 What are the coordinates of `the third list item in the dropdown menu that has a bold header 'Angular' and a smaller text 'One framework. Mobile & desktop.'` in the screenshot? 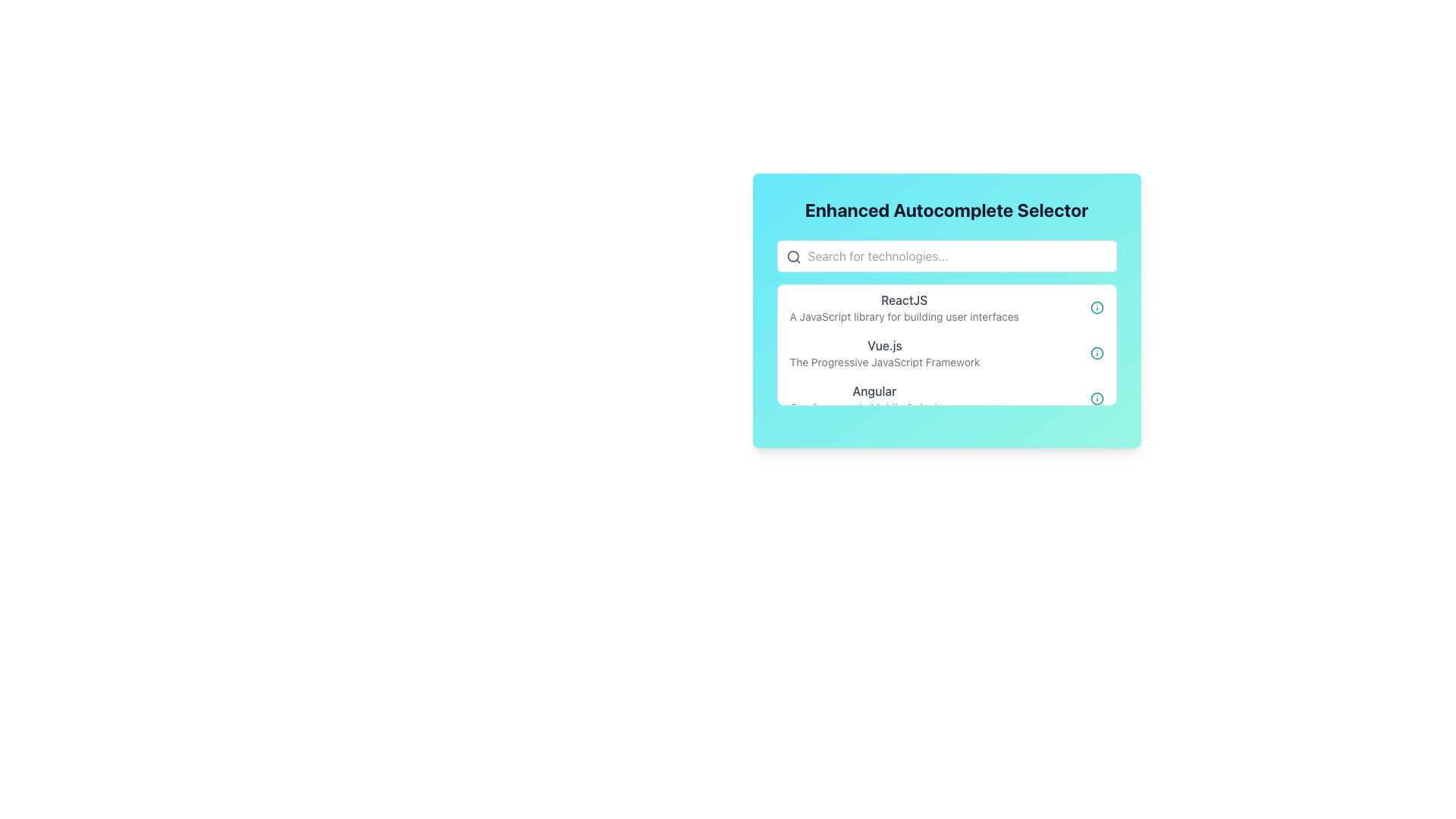 It's located at (946, 397).